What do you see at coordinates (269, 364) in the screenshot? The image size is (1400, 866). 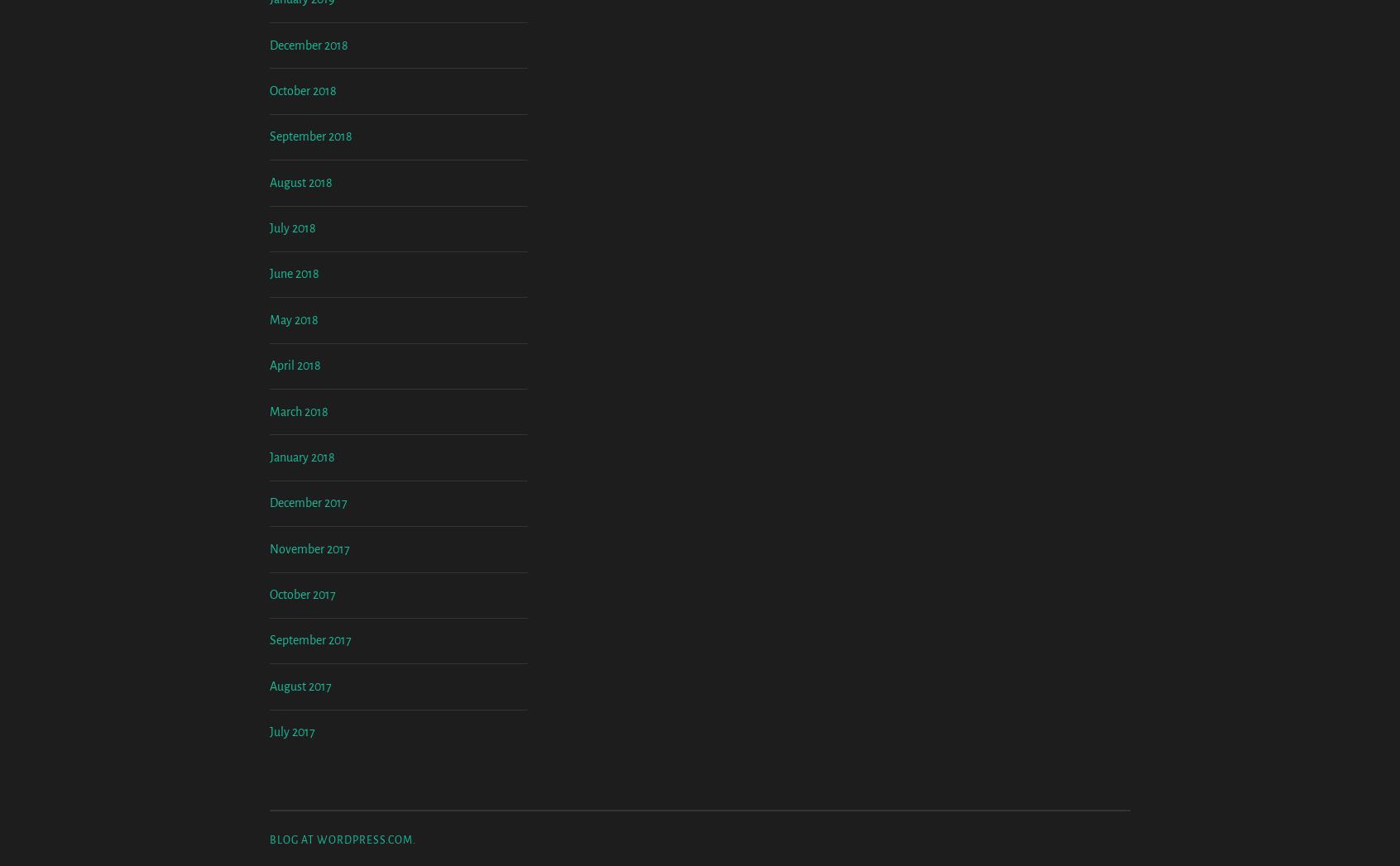 I see `'July 2018'` at bounding box center [269, 364].